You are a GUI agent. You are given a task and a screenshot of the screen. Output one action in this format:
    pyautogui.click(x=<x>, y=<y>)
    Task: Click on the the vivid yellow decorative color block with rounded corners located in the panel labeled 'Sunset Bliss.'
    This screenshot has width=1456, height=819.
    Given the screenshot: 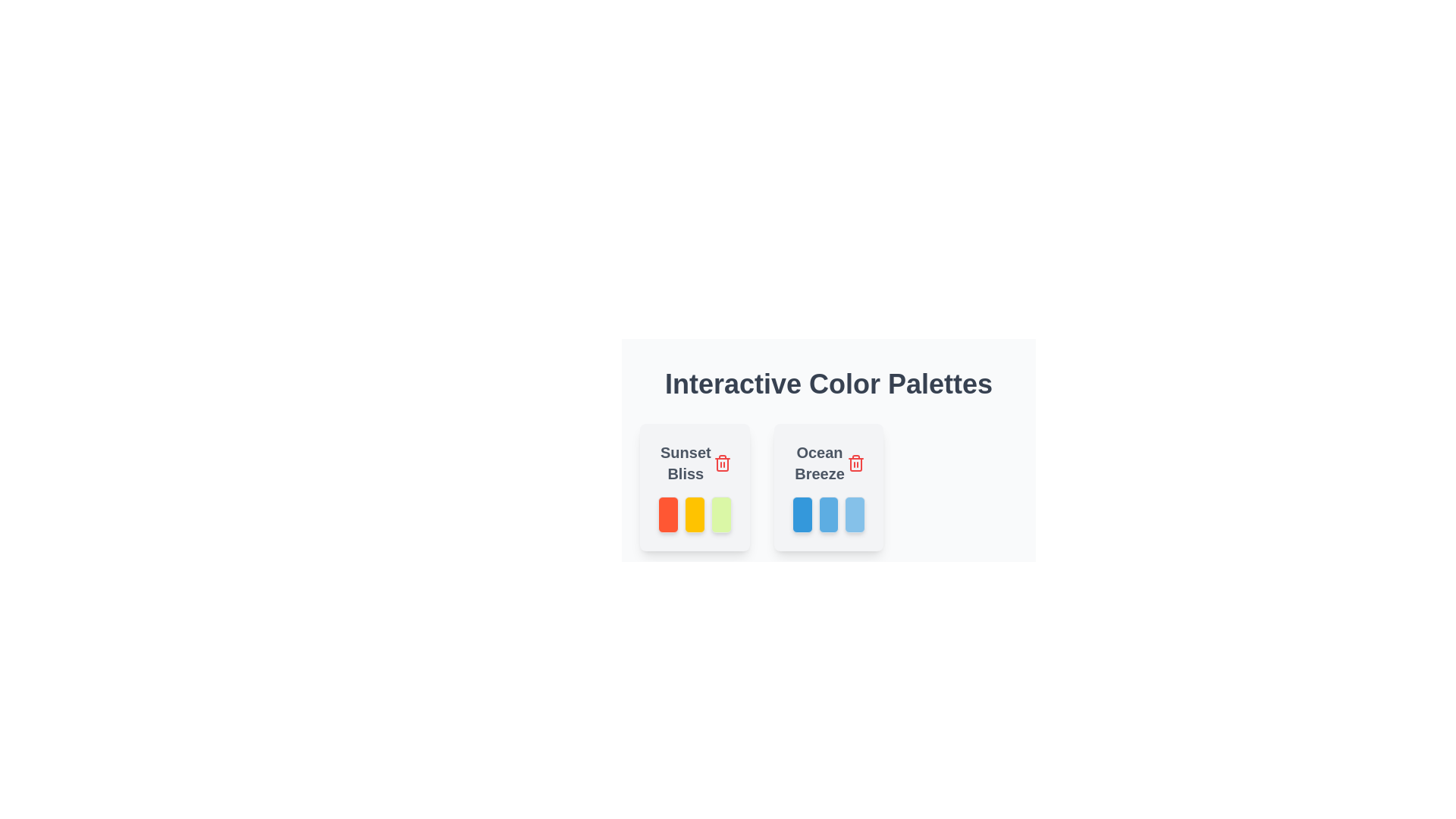 What is the action you would take?
    pyautogui.click(x=694, y=513)
    